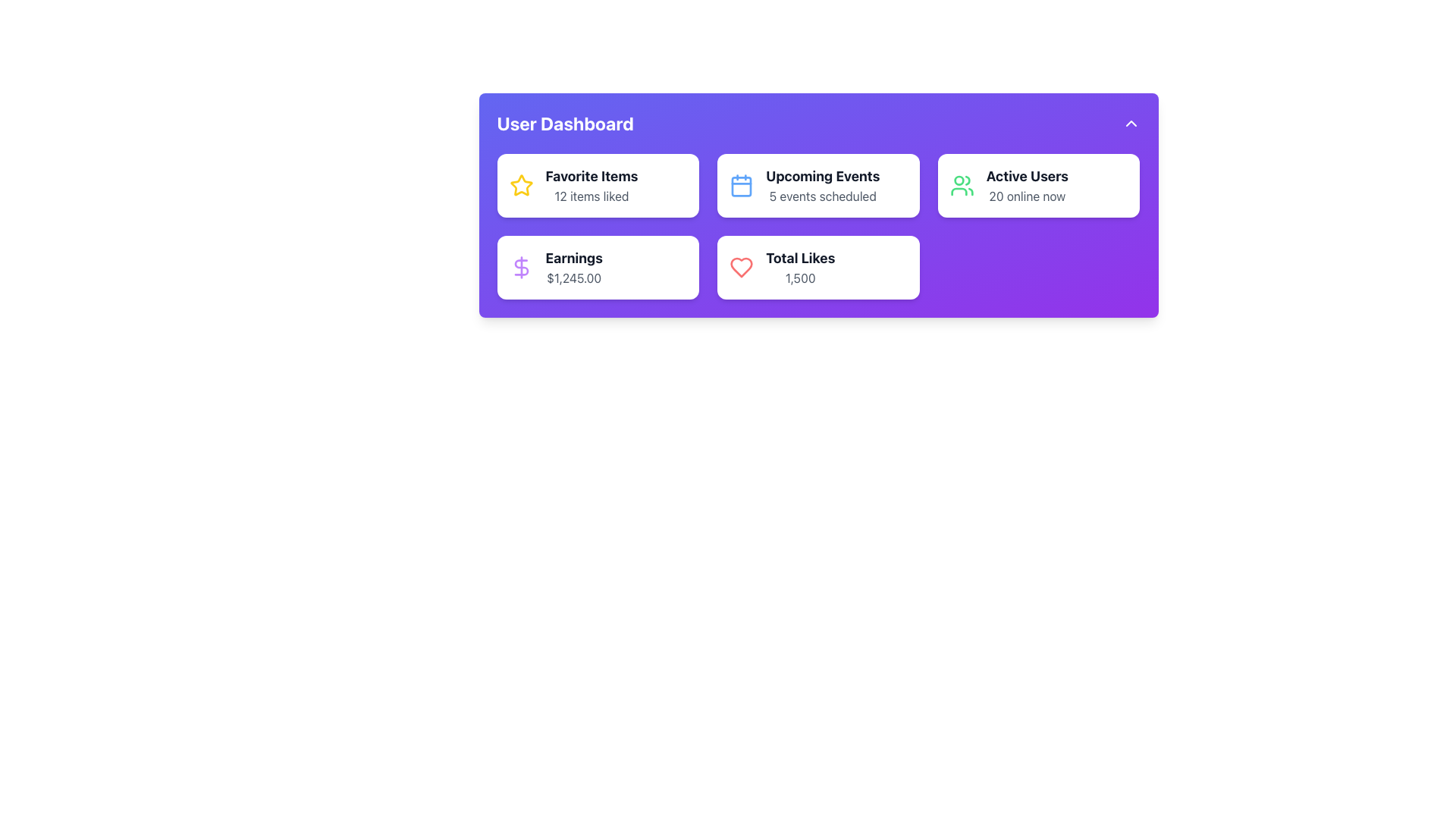  Describe the element at coordinates (521, 185) in the screenshot. I see `the star icon located in the top-left card of the grid layout to interact with it` at that location.